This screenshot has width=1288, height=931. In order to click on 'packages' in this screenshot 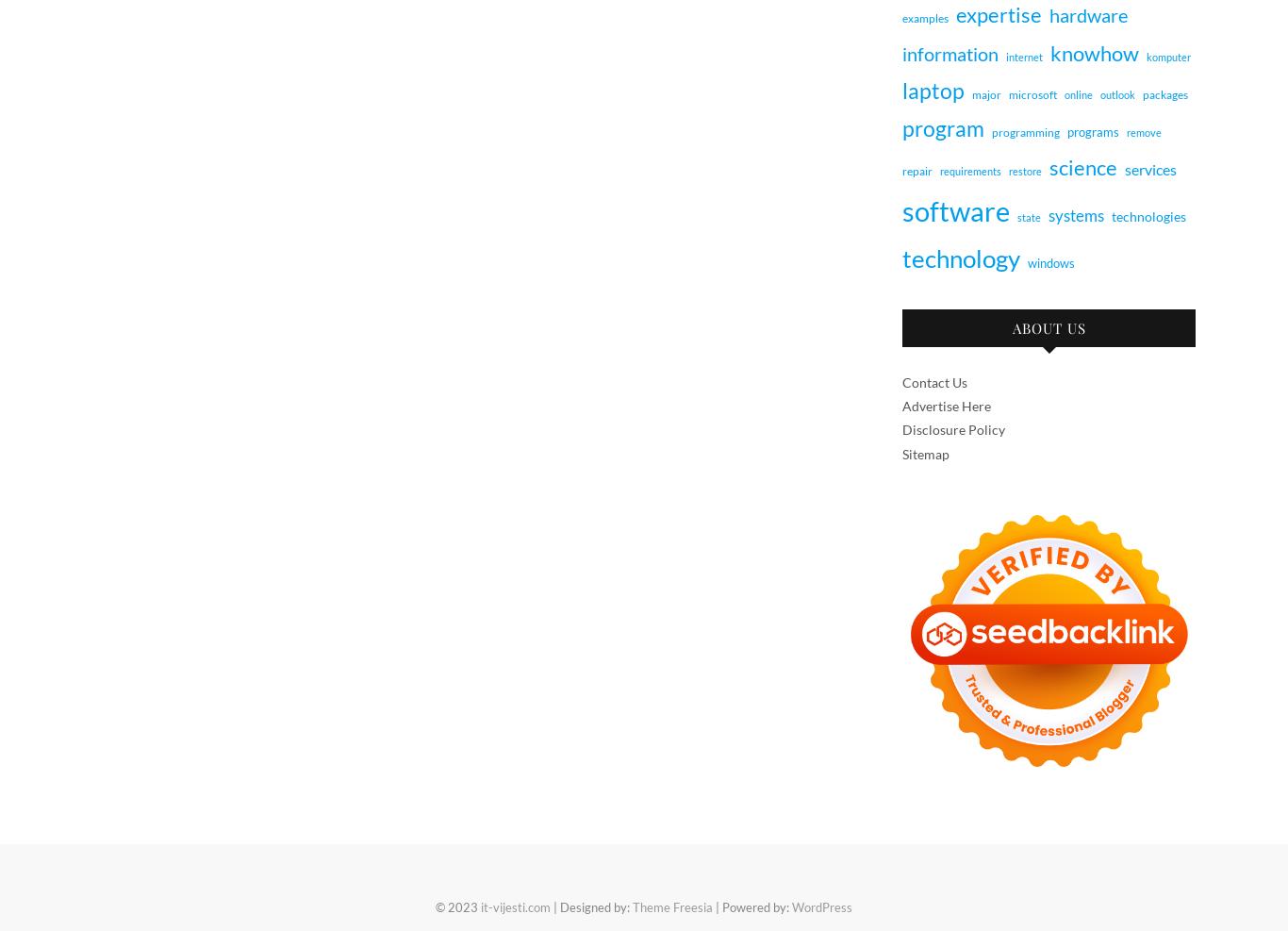, I will do `click(1164, 93)`.